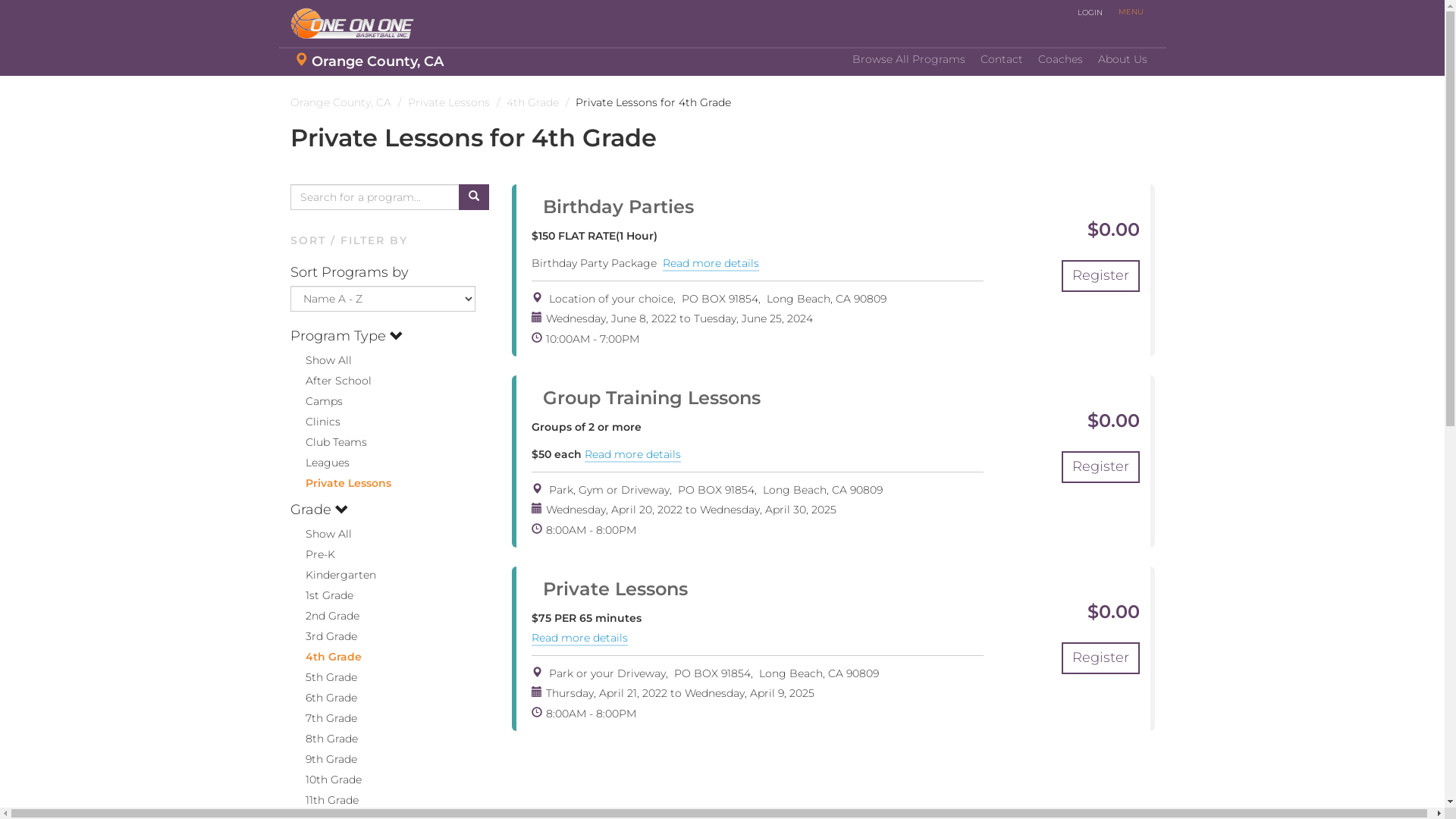  I want to click on '11th Grade', so click(323, 799).